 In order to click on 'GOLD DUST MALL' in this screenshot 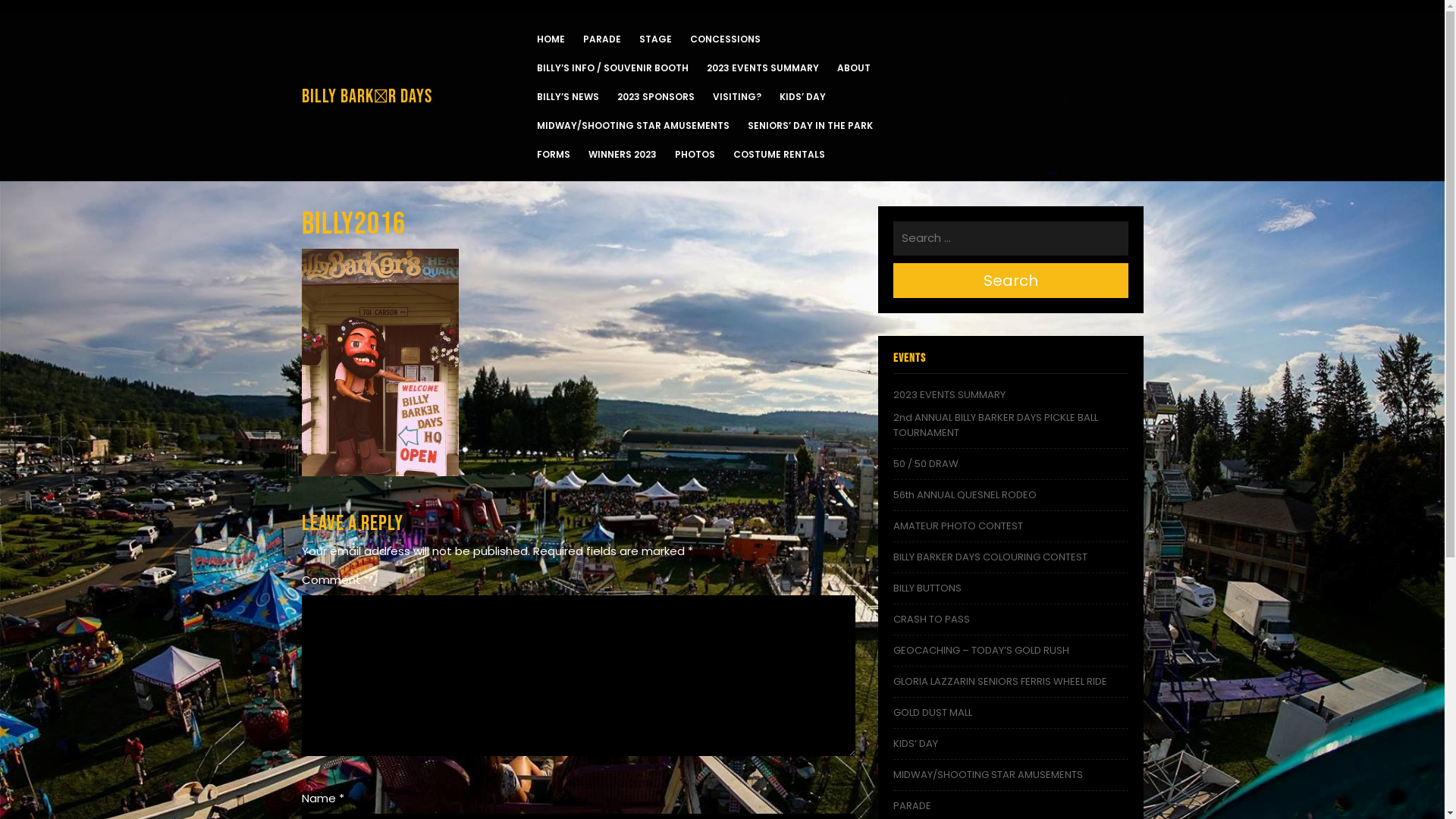, I will do `click(931, 712)`.